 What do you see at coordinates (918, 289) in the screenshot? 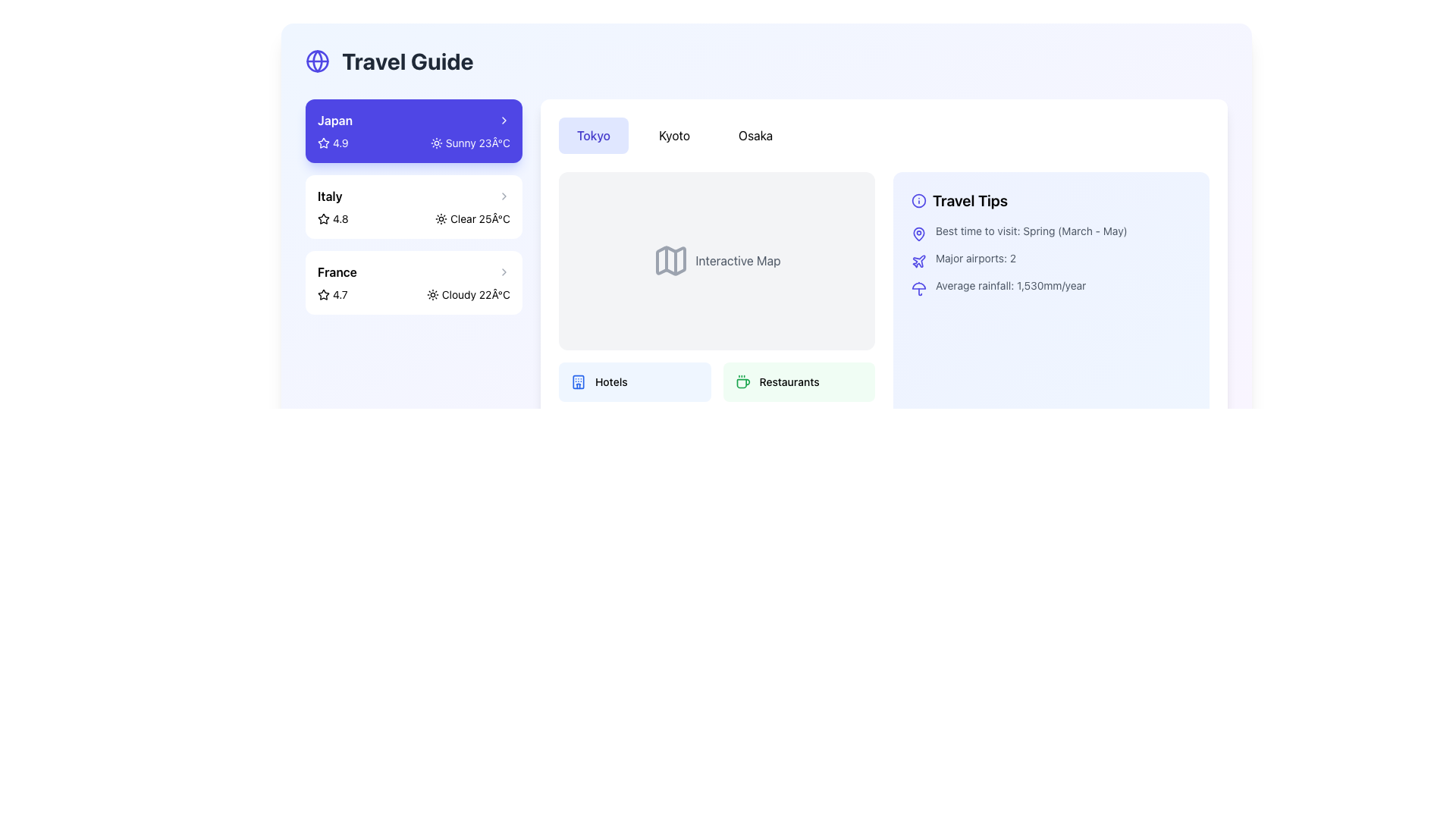
I see `the umbrella icon located to the left of the 'Average rainfall: 1,530mm/year' entry in the 'Travel Tips' section` at bounding box center [918, 289].